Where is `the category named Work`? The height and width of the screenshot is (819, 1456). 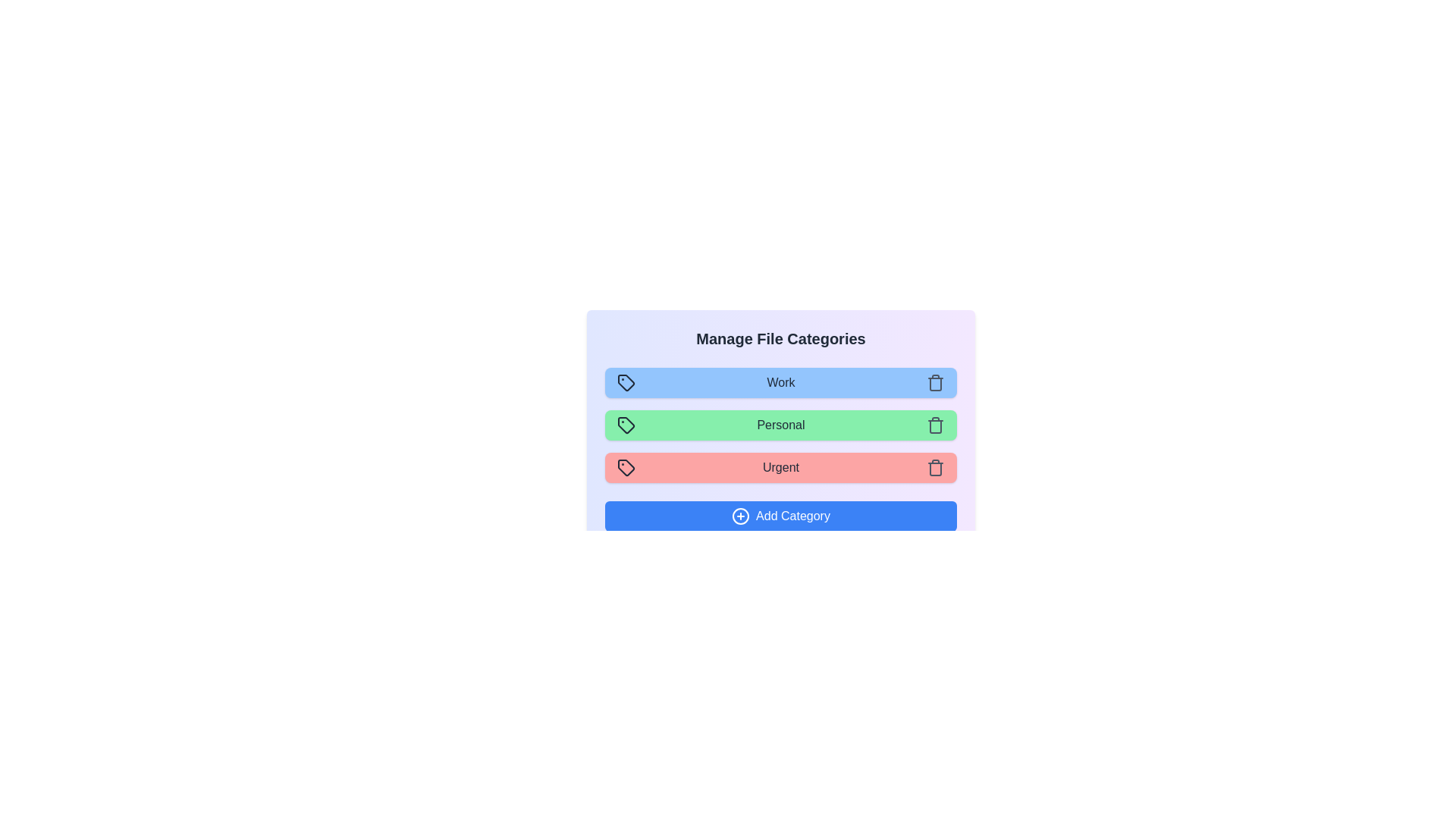 the category named Work is located at coordinates (781, 382).